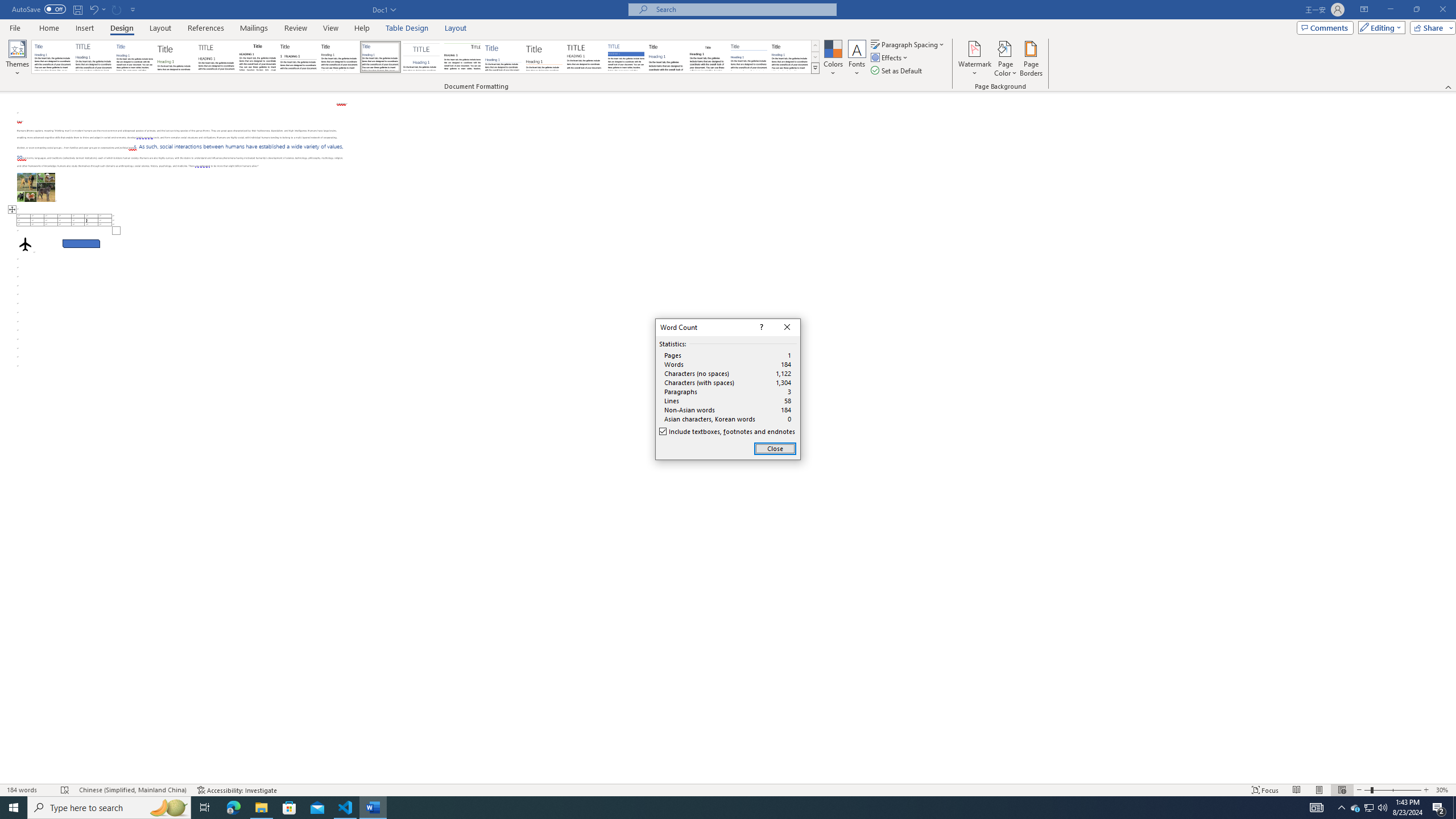  I want to click on 'Table Design', so click(407, 28).